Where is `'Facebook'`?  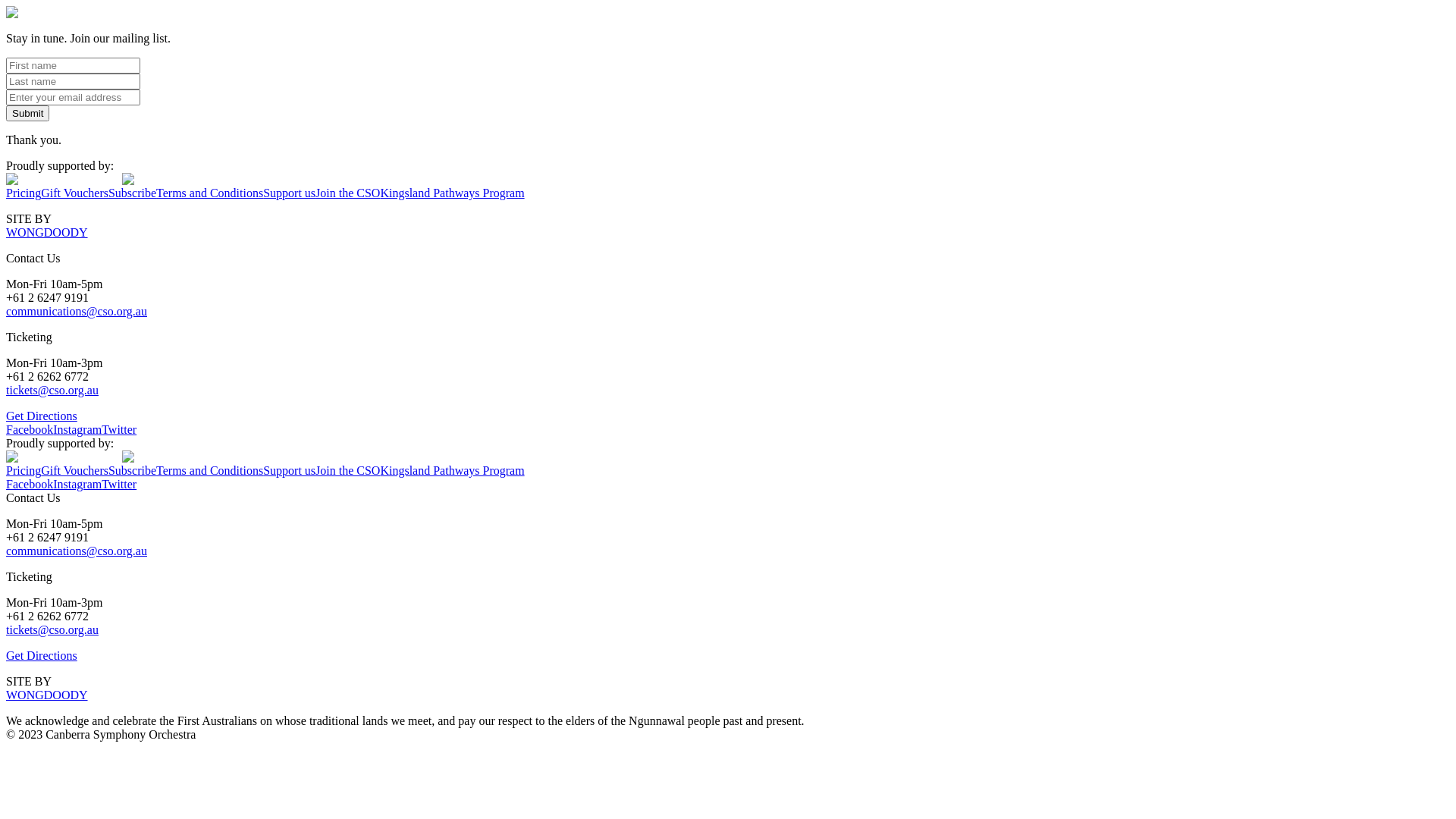
'Facebook' is located at coordinates (6, 484).